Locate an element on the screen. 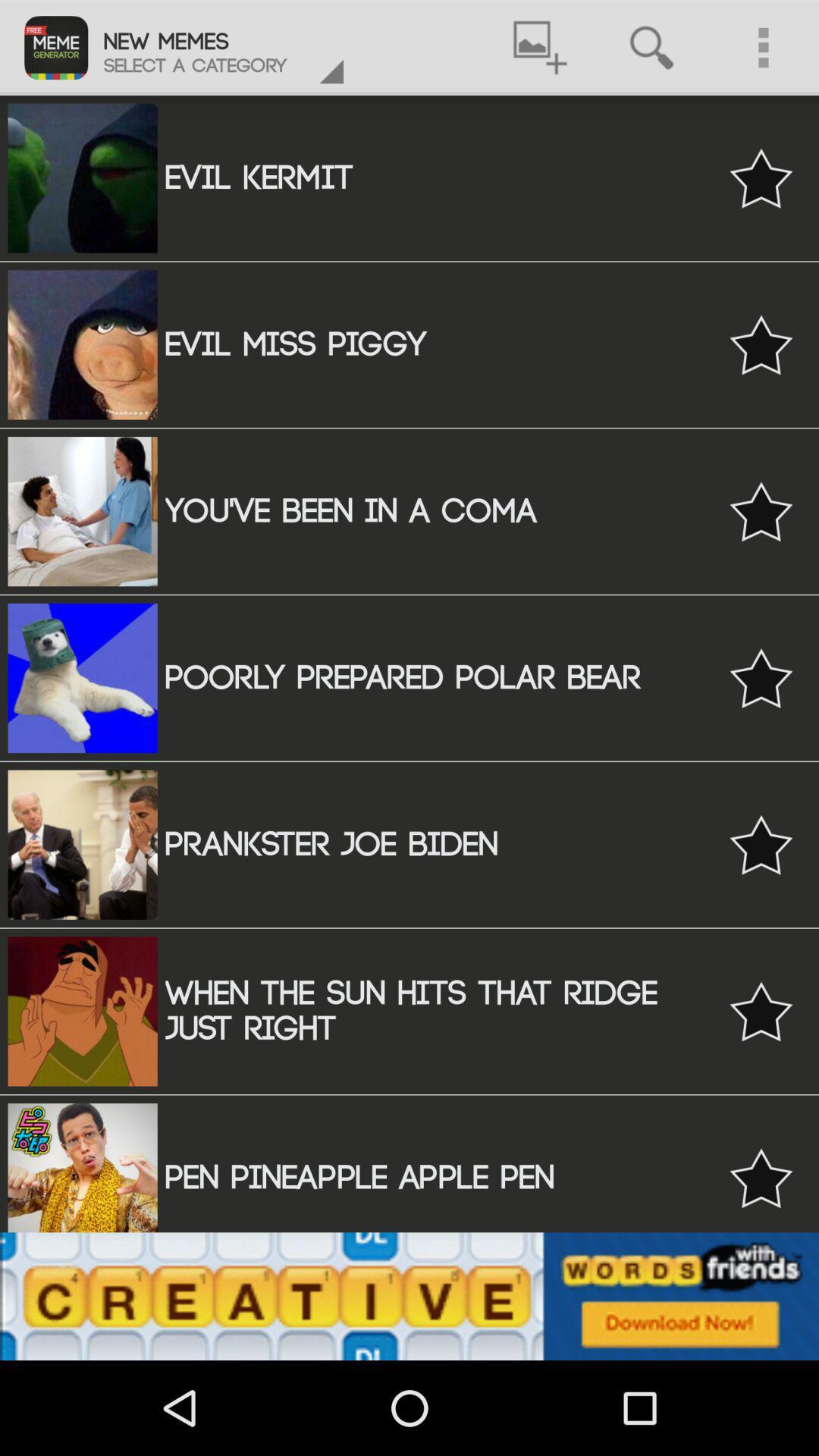 This screenshot has height=1456, width=819. star button is located at coordinates (761, 1011).